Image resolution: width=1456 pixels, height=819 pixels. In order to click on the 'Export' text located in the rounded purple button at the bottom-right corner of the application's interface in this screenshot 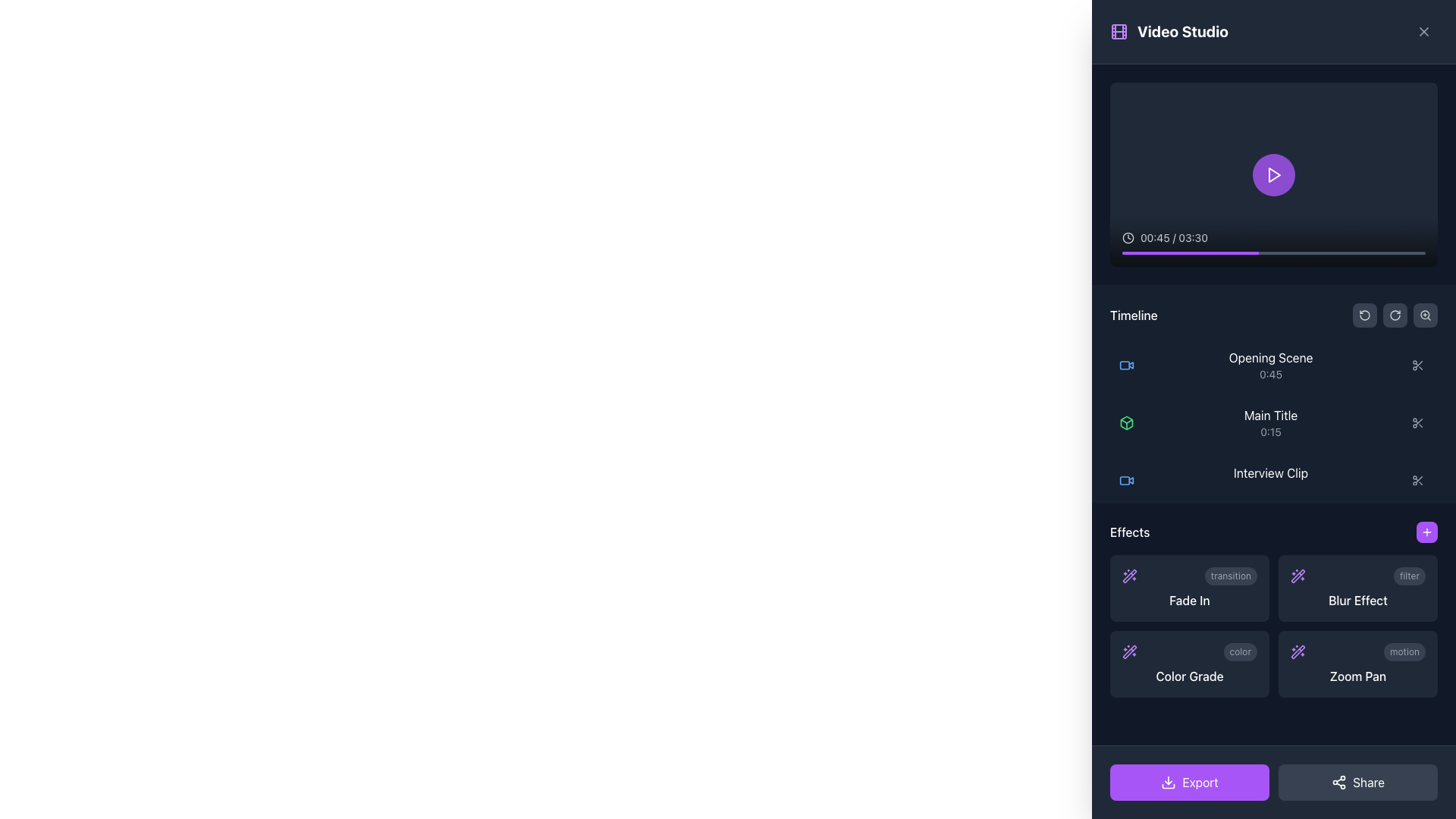, I will do `click(1200, 783)`.